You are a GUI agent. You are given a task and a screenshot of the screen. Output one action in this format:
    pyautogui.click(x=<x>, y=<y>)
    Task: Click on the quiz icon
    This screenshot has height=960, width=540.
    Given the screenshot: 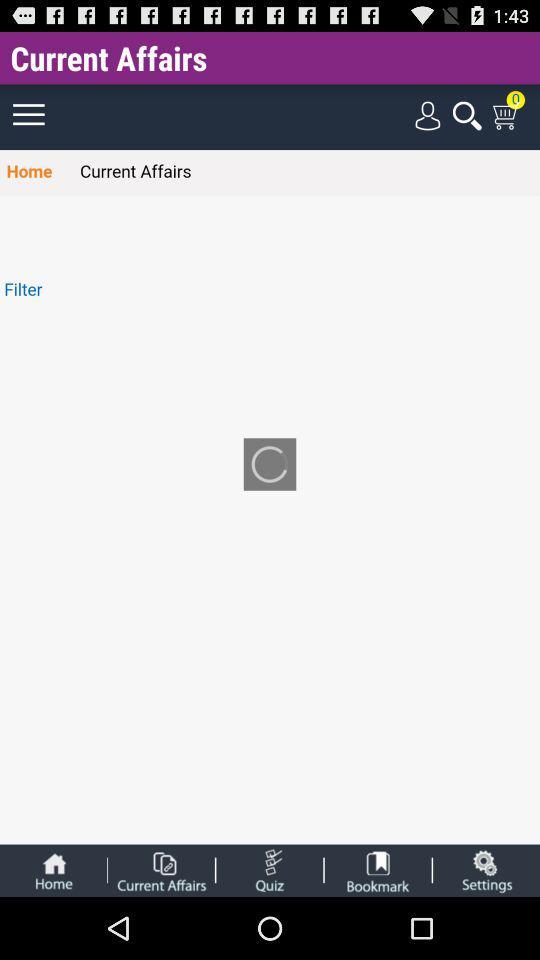 What is the action you would take?
    pyautogui.click(x=269, y=869)
    